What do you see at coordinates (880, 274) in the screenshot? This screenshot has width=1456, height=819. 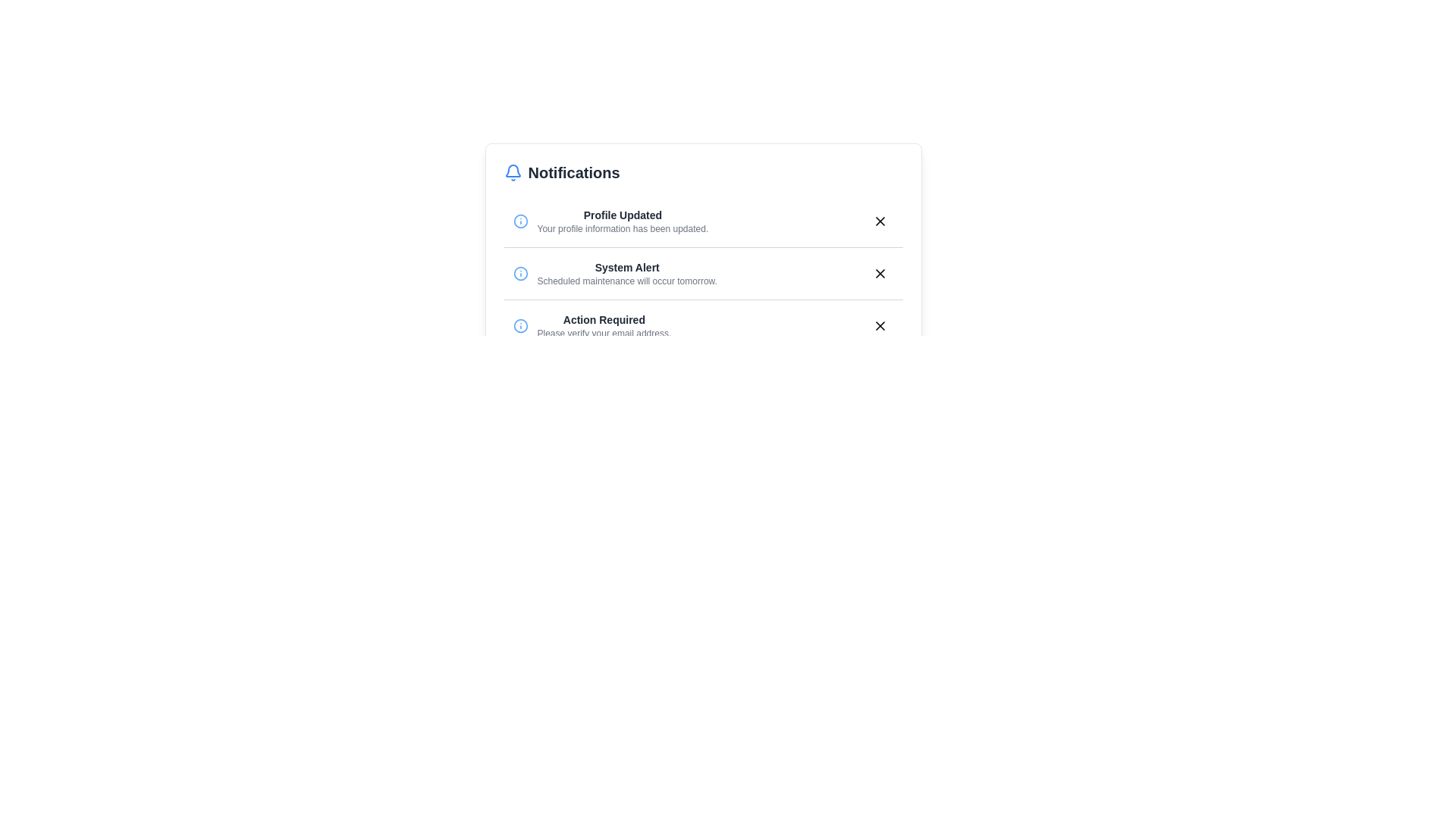 I see `the close button with an 'X' icon located on the right-hand side of the notification bar labeled 'System Alert Scheduled maintenance will occur tomorrow.'` at bounding box center [880, 274].